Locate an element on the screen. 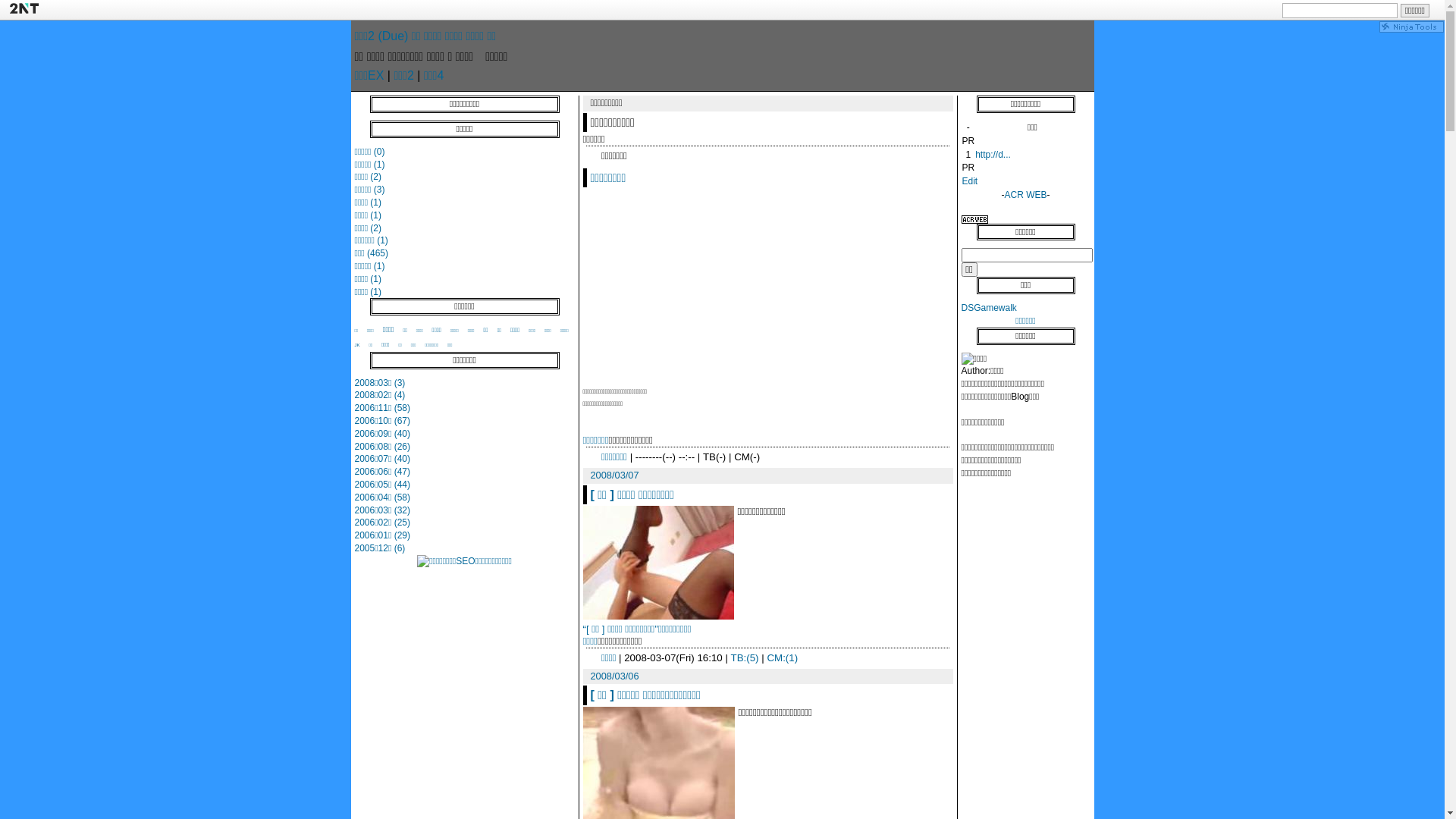 The height and width of the screenshot is (819, 1456). 'DSGamewalk' is located at coordinates (989, 307).